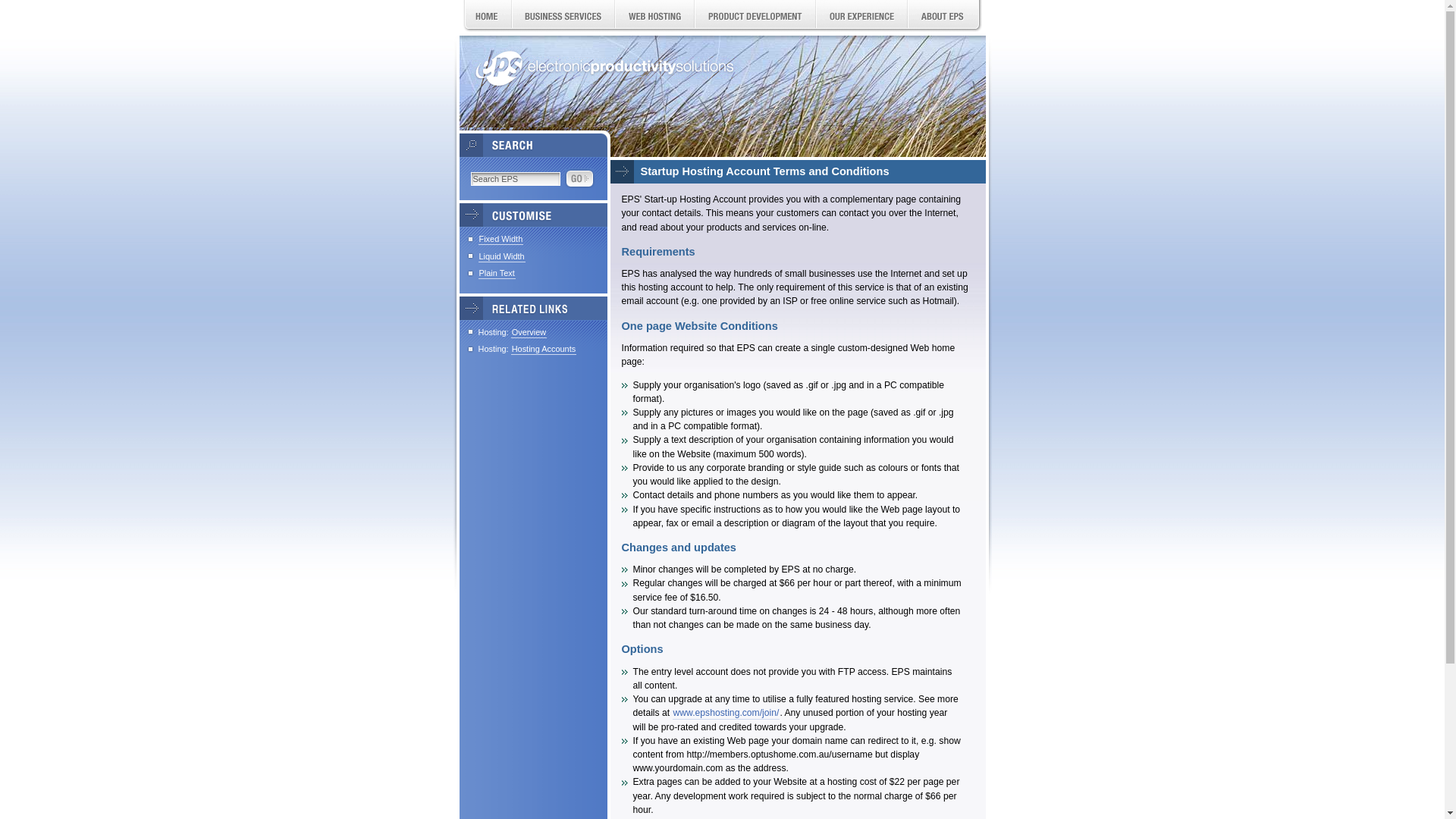  Describe the element at coordinates (579, 177) in the screenshot. I see `'Submit Your Search'` at that location.